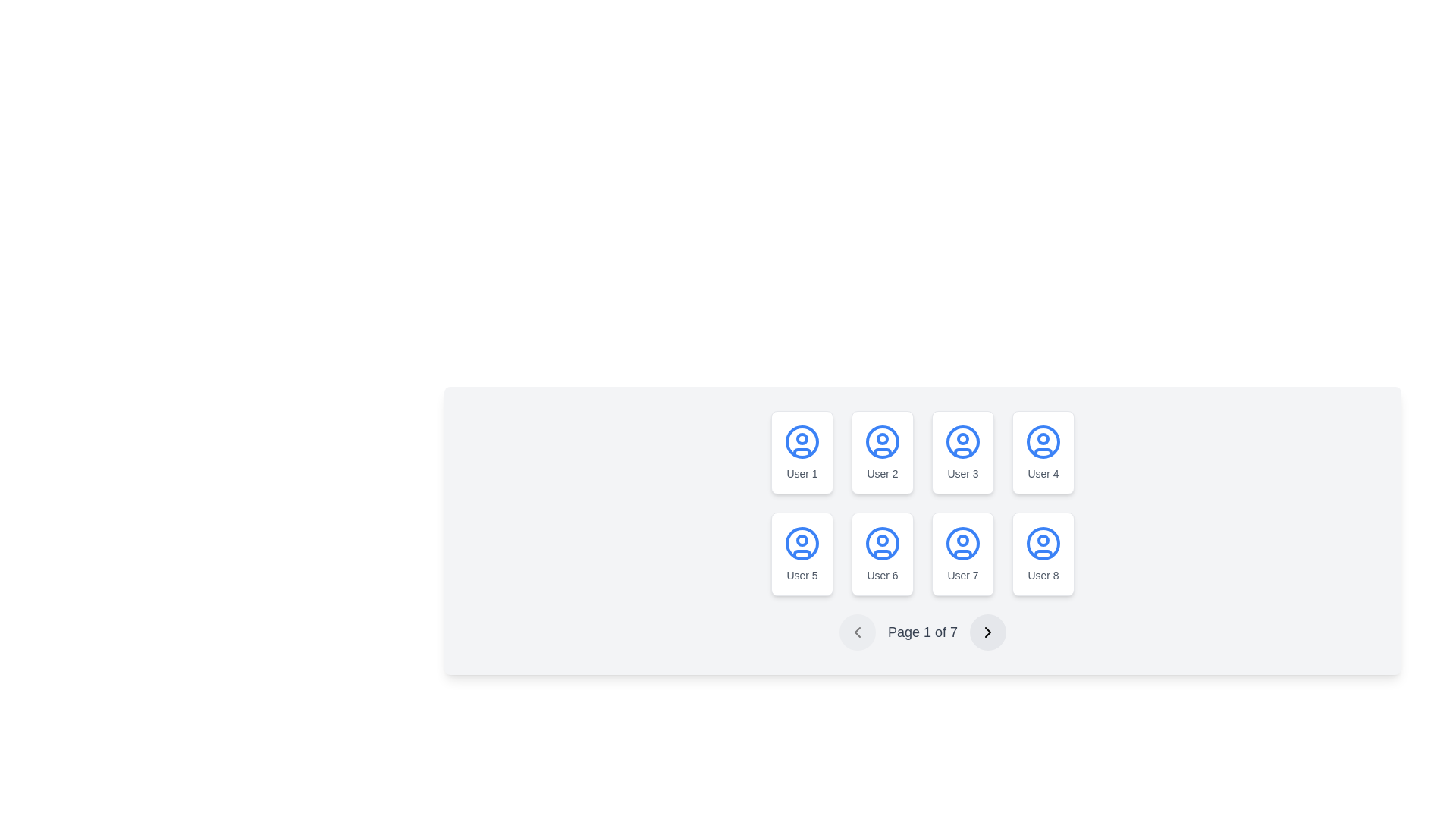  What do you see at coordinates (988, 632) in the screenshot?
I see `the 'next page' button, which is a chevron icon located in the lower-right section of the interface` at bounding box center [988, 632].